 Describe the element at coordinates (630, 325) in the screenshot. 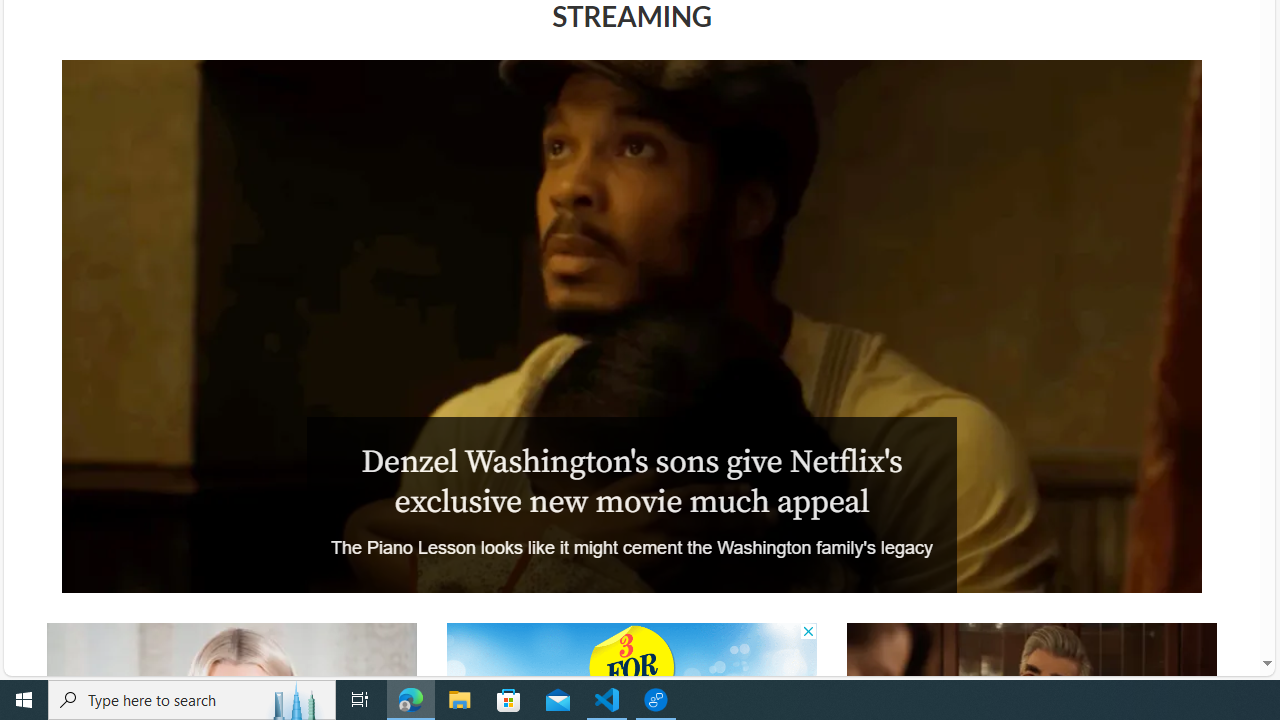

I see `'The Piano Lesson'` at that location.